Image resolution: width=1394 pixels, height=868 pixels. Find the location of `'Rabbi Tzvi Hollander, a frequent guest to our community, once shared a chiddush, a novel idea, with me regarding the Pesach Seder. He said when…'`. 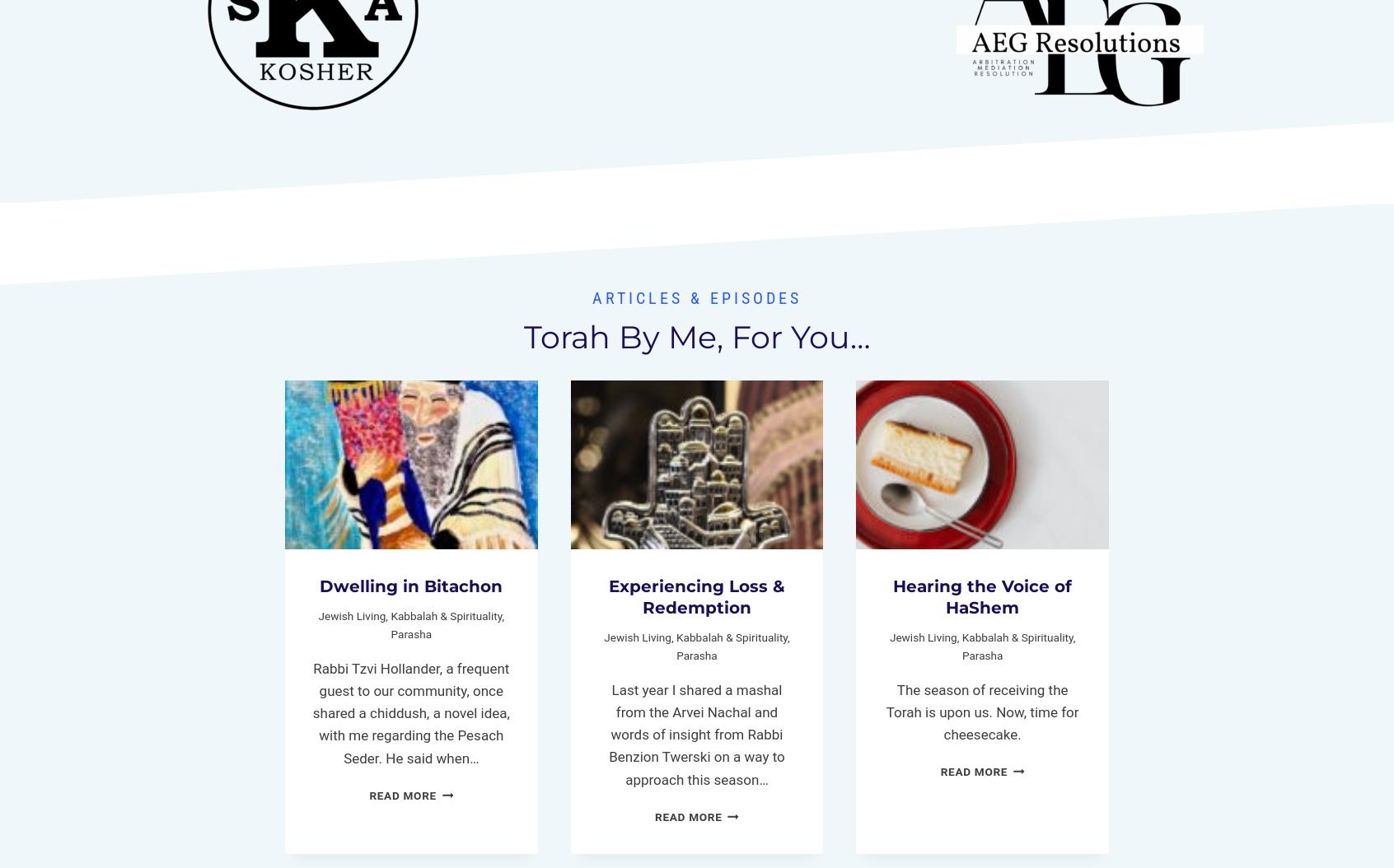

'Rabbi Tzvi Hollander, a frequent guest to our community, once shared a chiddush, a novel idea, with me regarding the Pesach Seder. He said when…' is located at coordinates (410, 712).